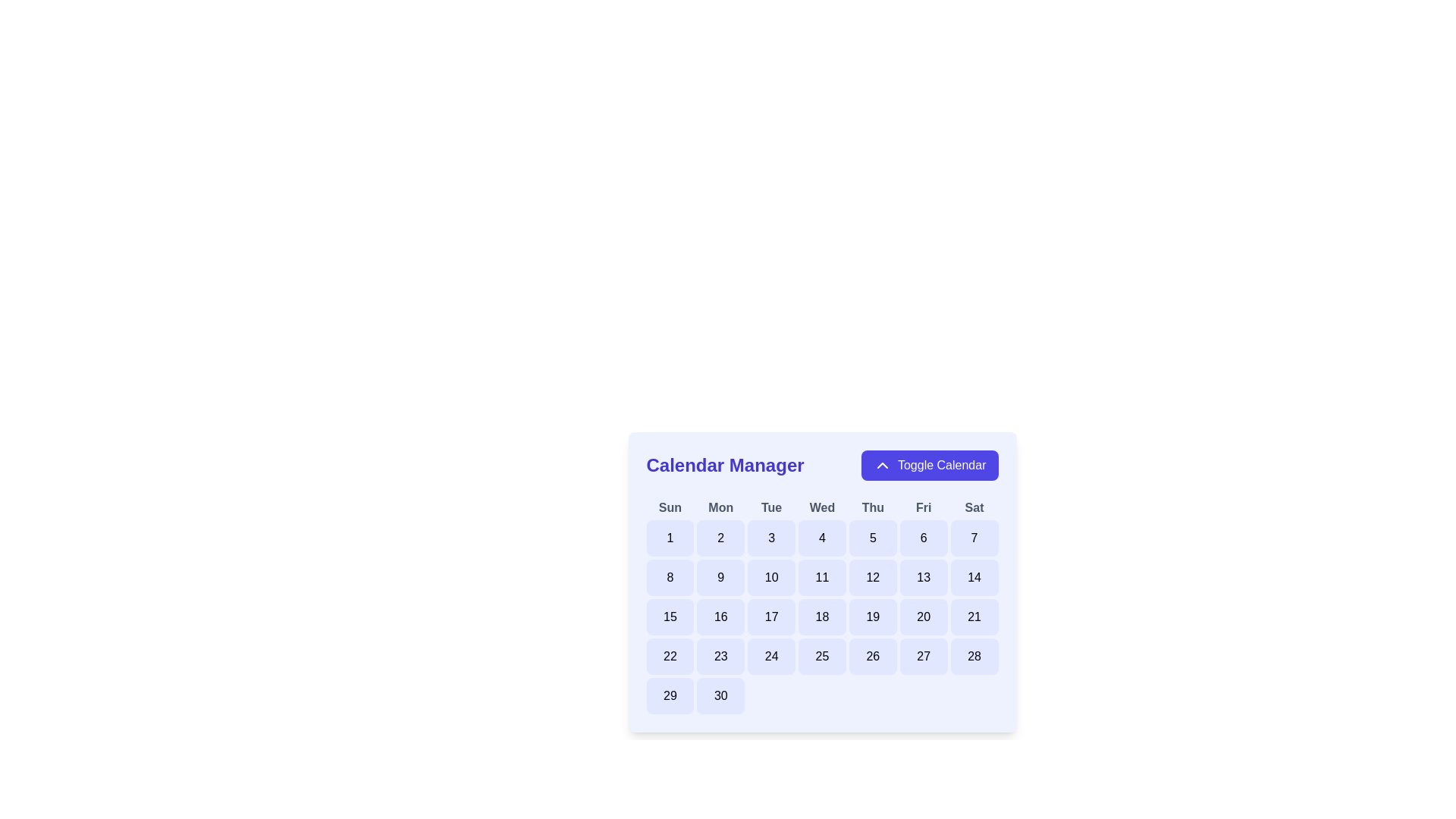 This screenshot has width=1456, height=819. Describe the element at coordinates (771, 617) in the screenshot. I see `the selectable day button representing 'Tue' in the calendar widget` at that location.